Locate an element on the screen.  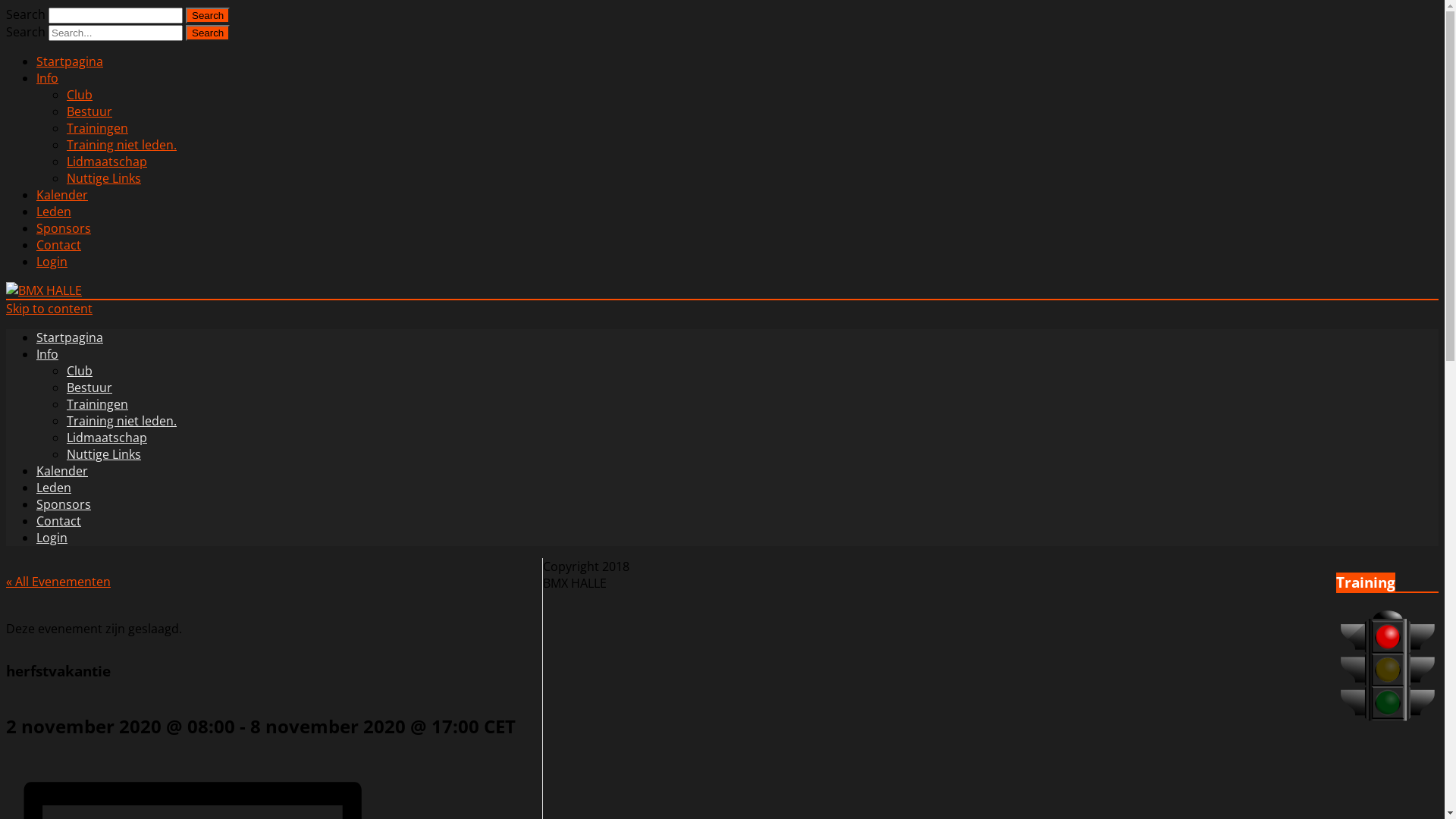
'Kalender' is located at coordinates (61, 470).